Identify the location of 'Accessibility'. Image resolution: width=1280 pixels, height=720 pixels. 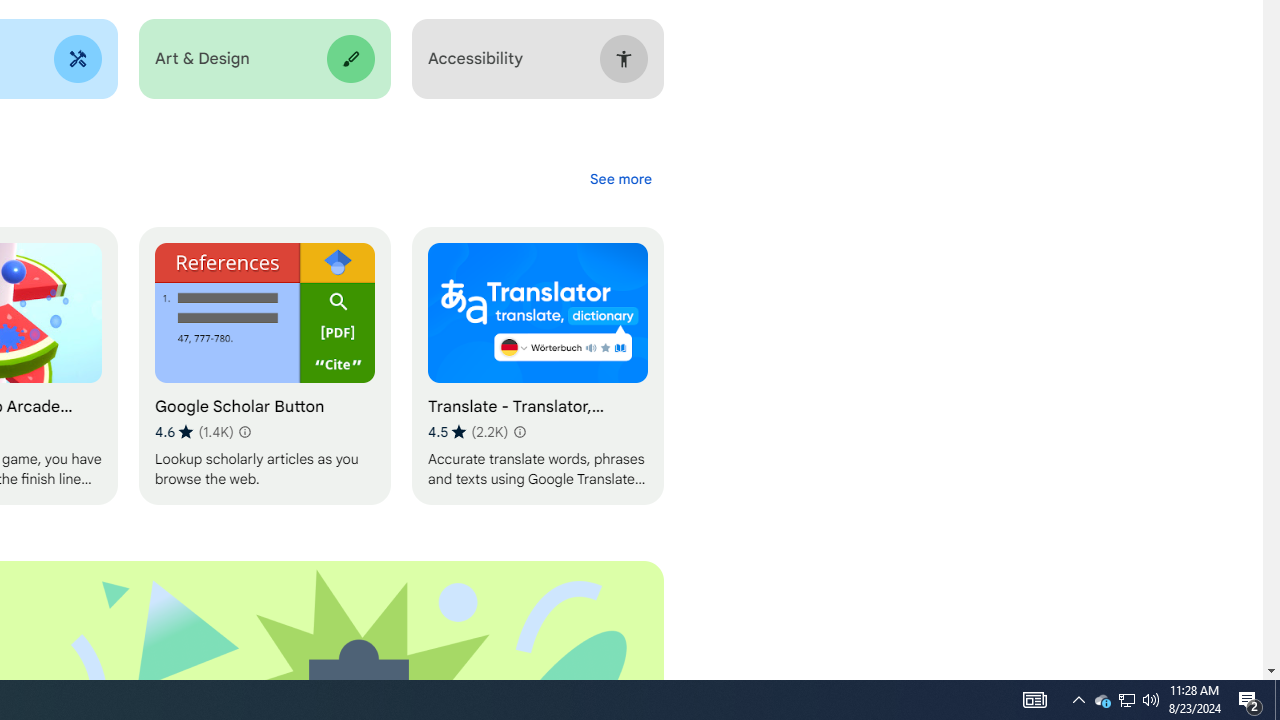
(537, 58).